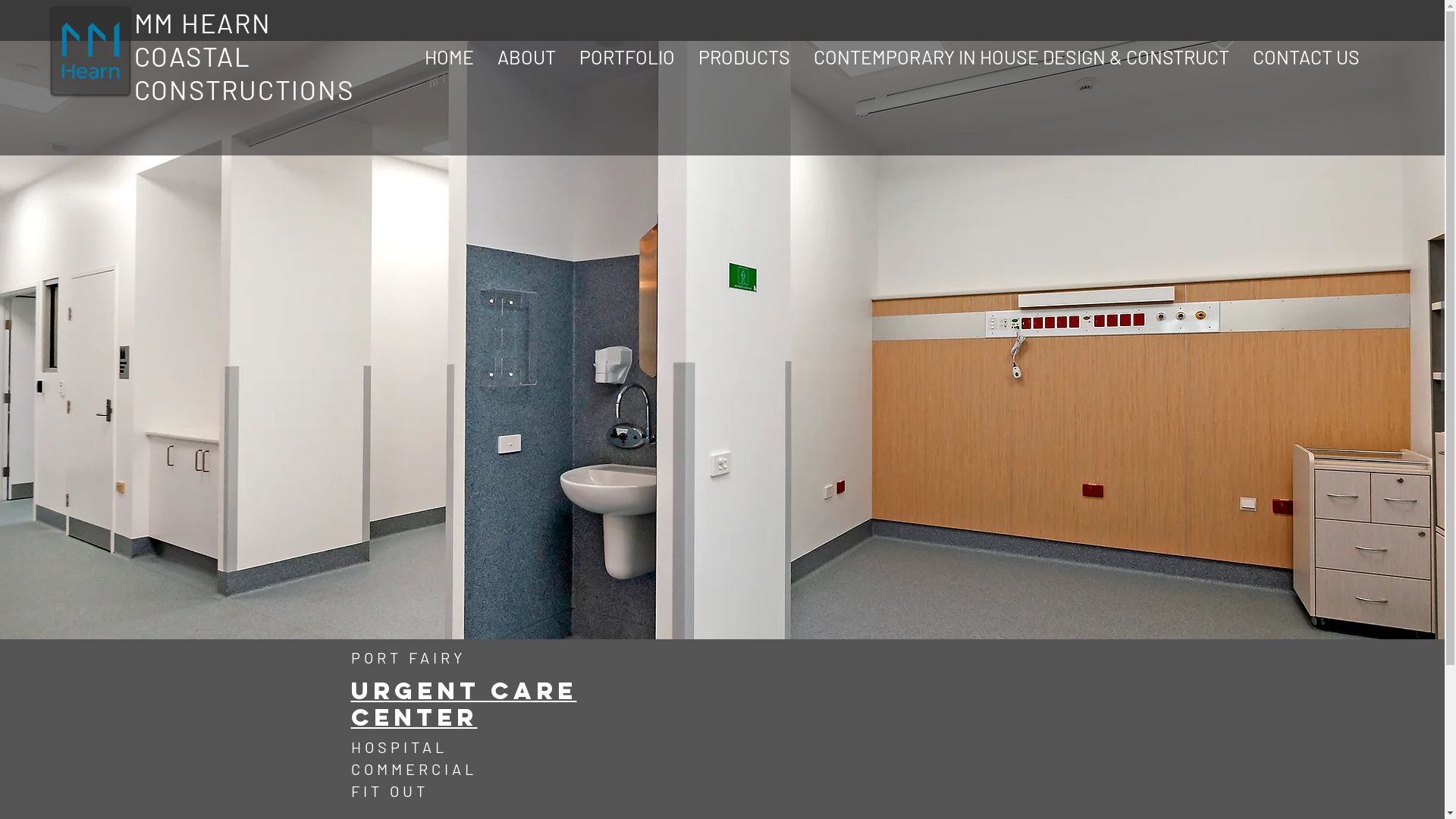 Image resolution: width=1456 pixels, height=819 pixels. I want to click on 'CONTACT US', so click(1305, 55).